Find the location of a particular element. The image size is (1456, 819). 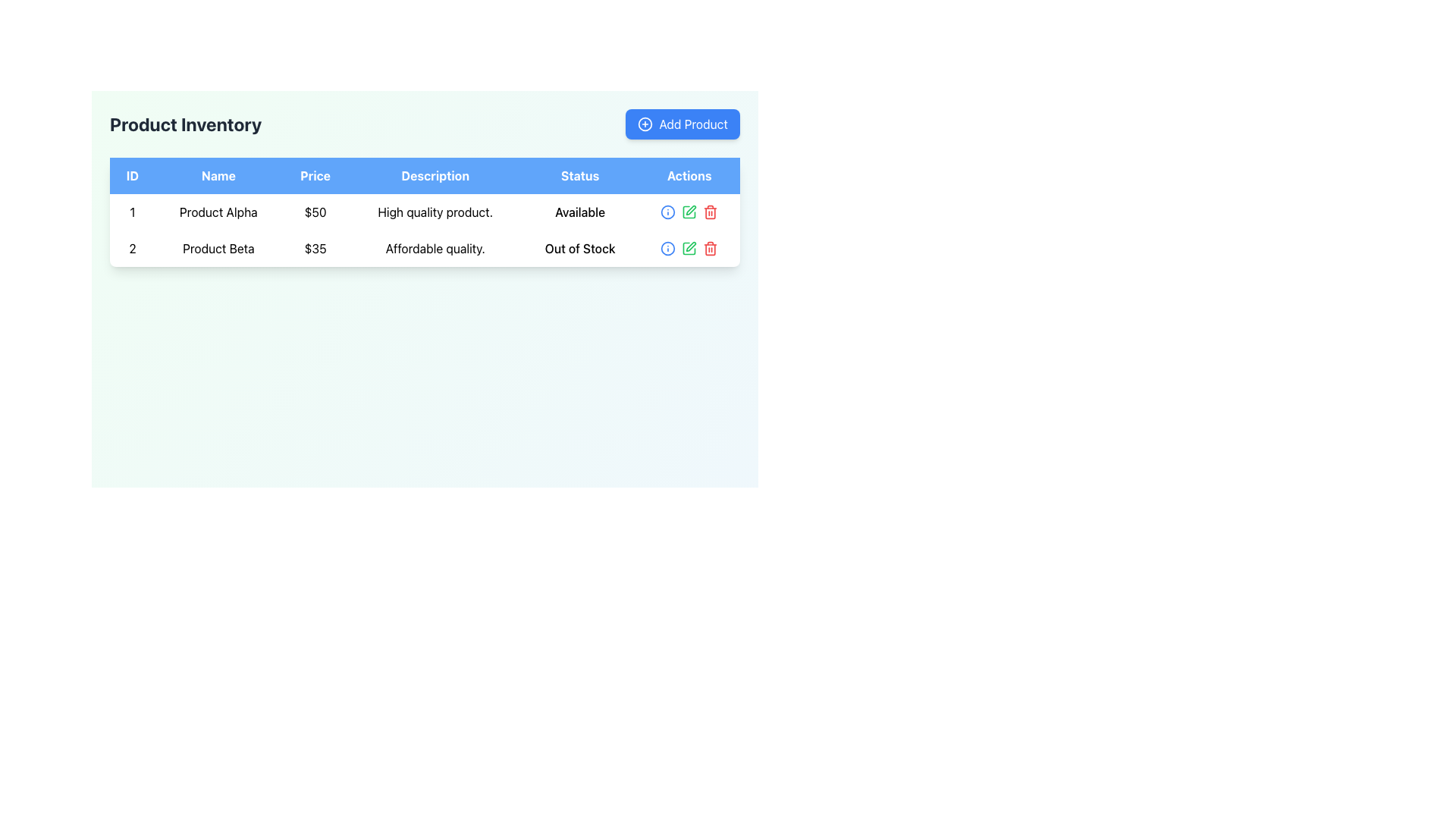

the trash bin icon button in the 'Actions' column of the second row for 'Product Beta' is located at coordinates (710, 212).